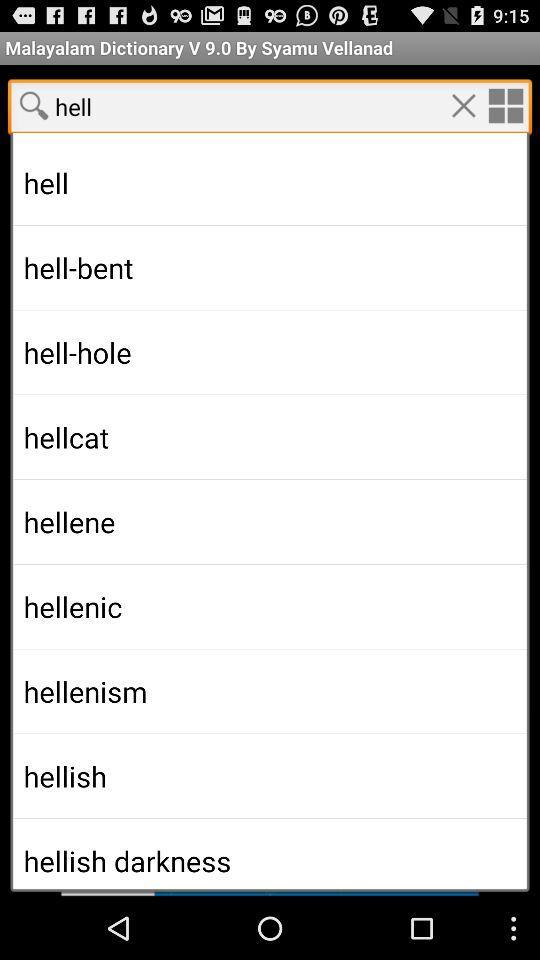 This screenshot has height=960, width=540. I want to click on scroll to next section, so click(270, 863).